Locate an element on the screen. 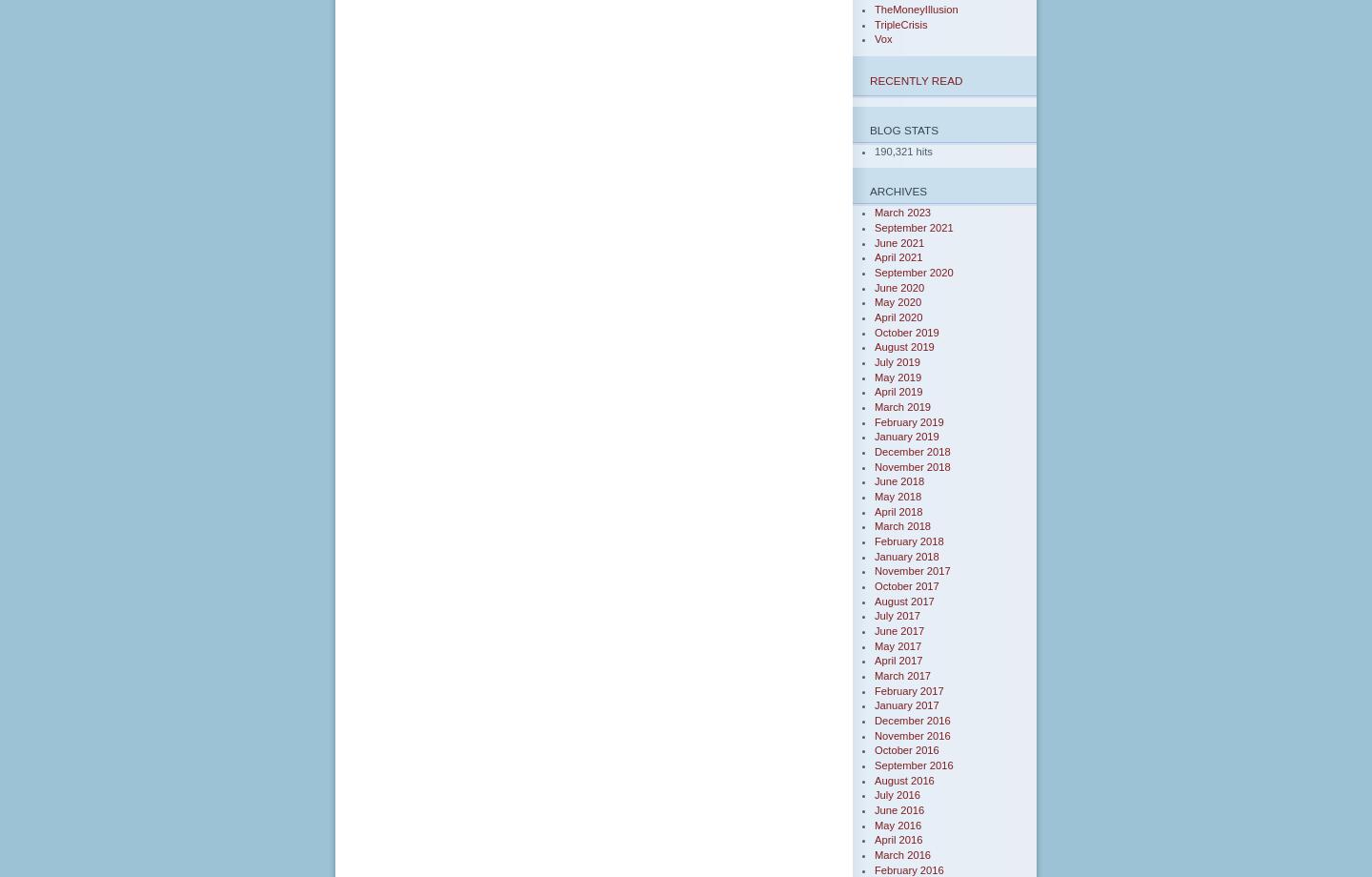 The width and height of the screenshot is (1372, 877). 'October 2019' is located at coordinates (906, 331).